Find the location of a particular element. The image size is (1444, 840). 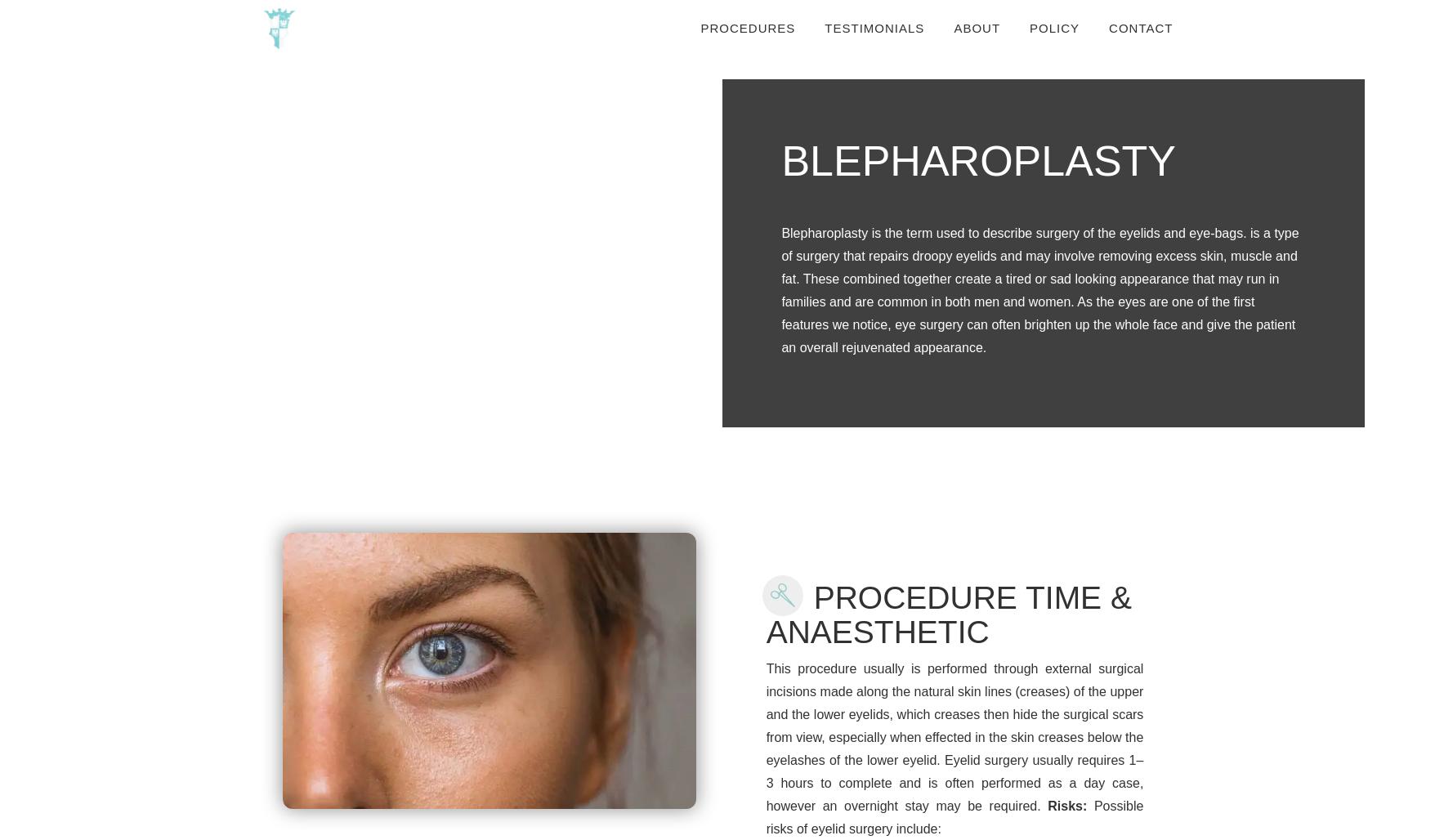

'Blepharoplasty is the term used to describe surgery of the eyelids and eye-bags. is a type of surgery that repairs droopy eyelids and may involve removing excess skin, muscle and fat. These combined together create a tired or sad looking appearance that may run in families and are common in both men and women. As the eyes are one of the first features we notice, eye surgery can often brighten up the whole face and give the patient an overall rejuvenated appearance.' is located at coordinates (1039, 289).